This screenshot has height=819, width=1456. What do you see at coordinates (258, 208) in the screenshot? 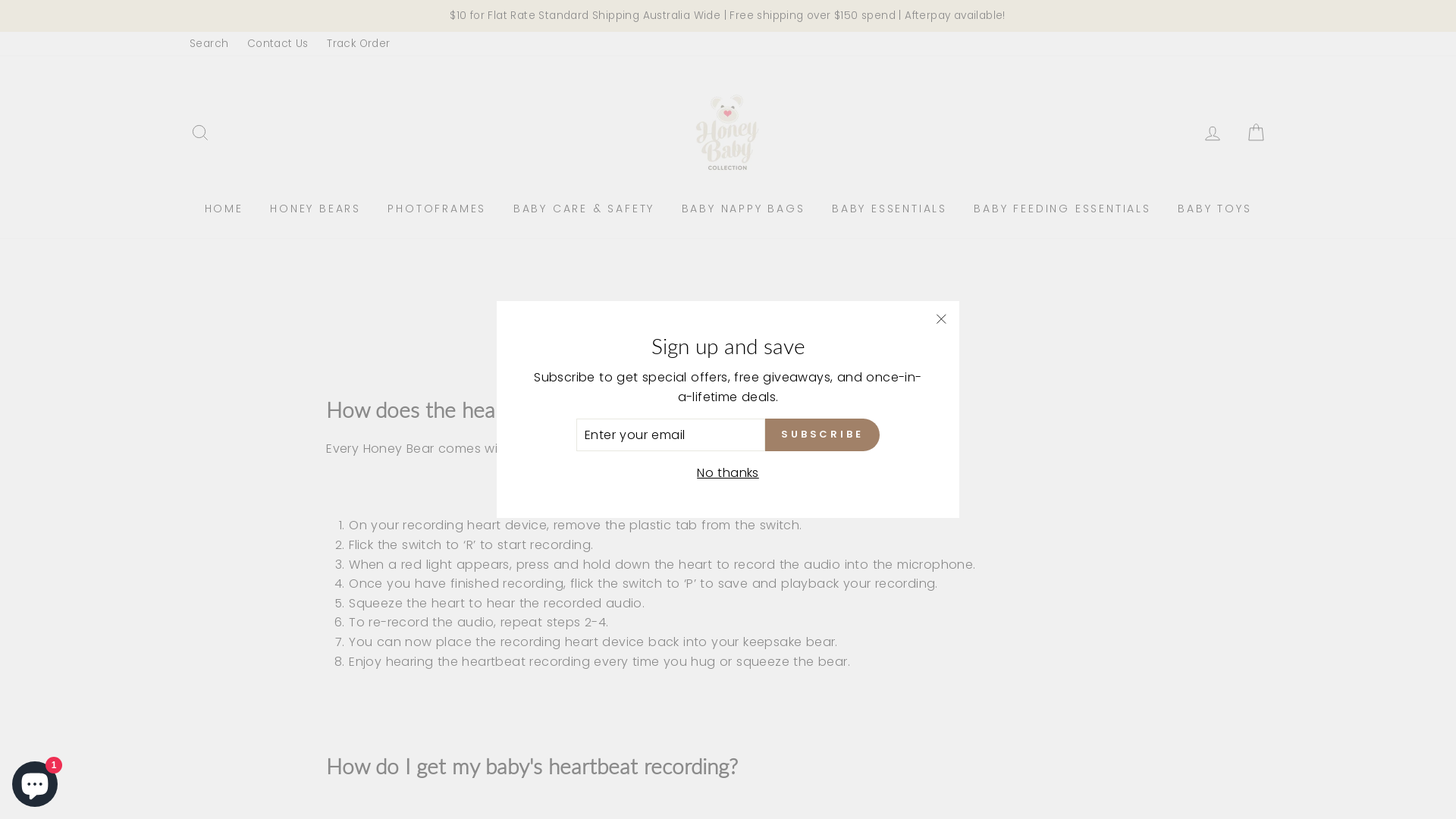
I see `'HONEY BEARS'` at bounding box center [258, 208].